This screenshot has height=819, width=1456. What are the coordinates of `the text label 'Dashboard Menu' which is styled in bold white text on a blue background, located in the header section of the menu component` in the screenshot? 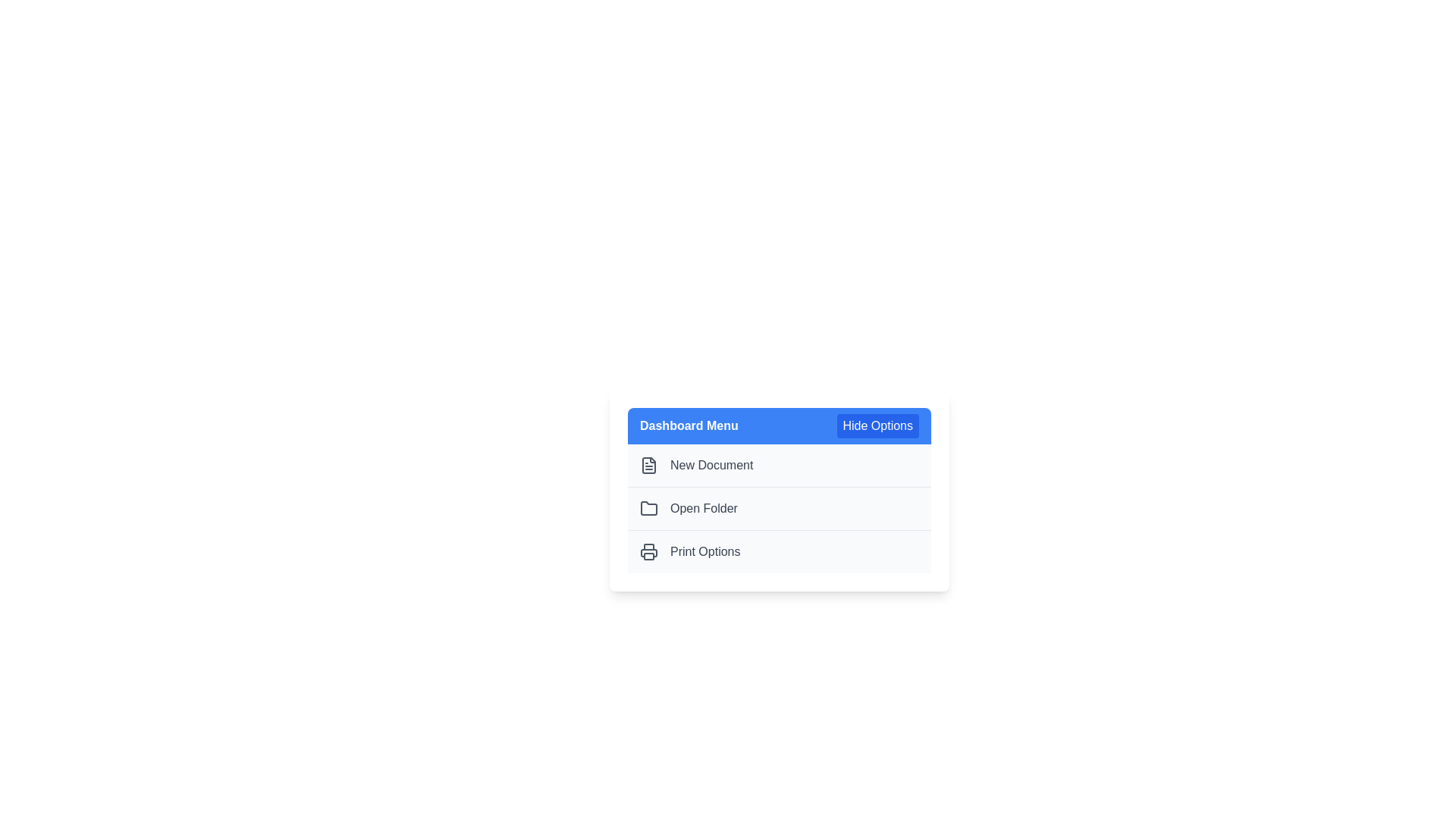 It's located at (688, 426).